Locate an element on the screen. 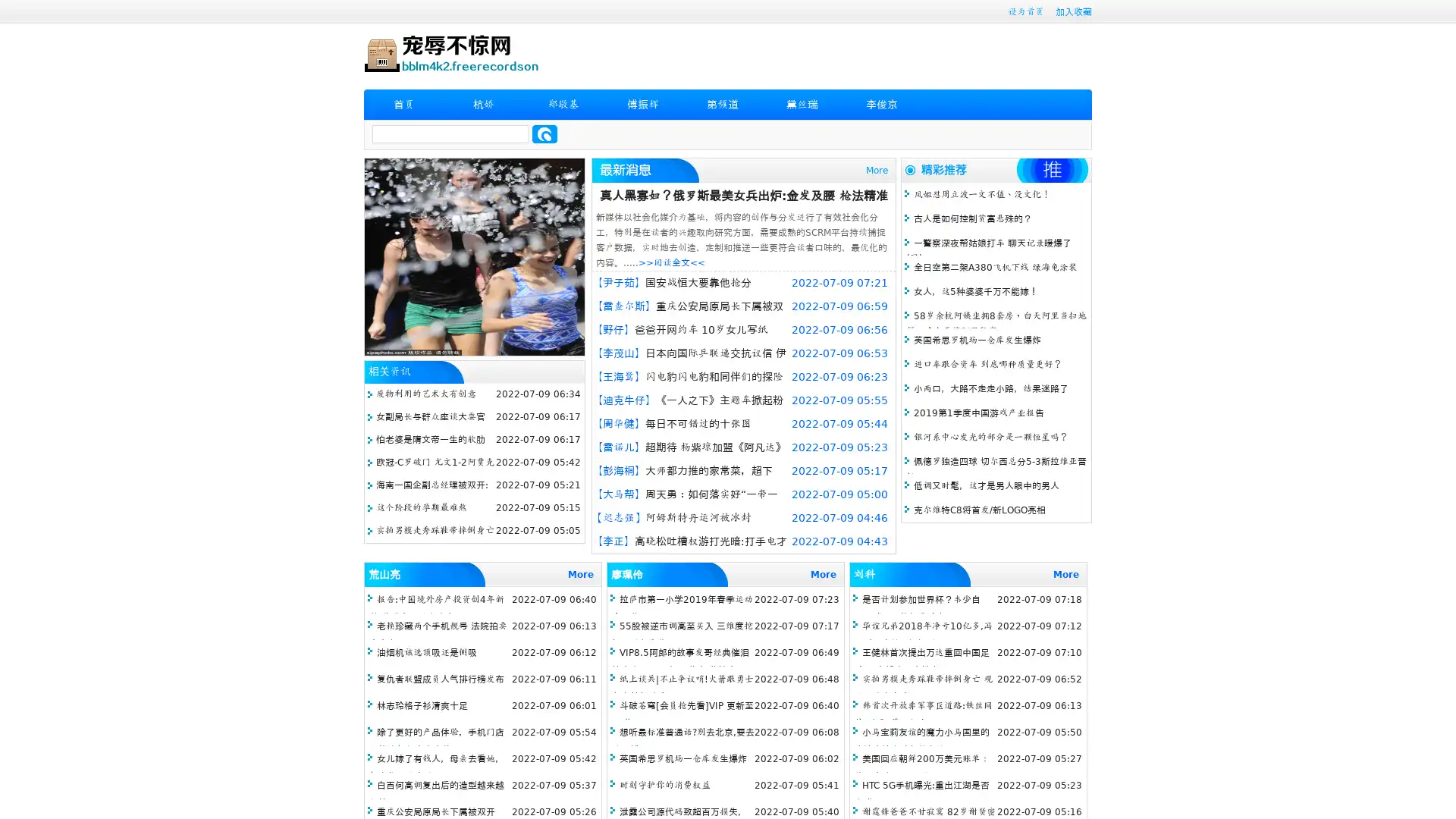  Search is located at coordinates (544, 133).